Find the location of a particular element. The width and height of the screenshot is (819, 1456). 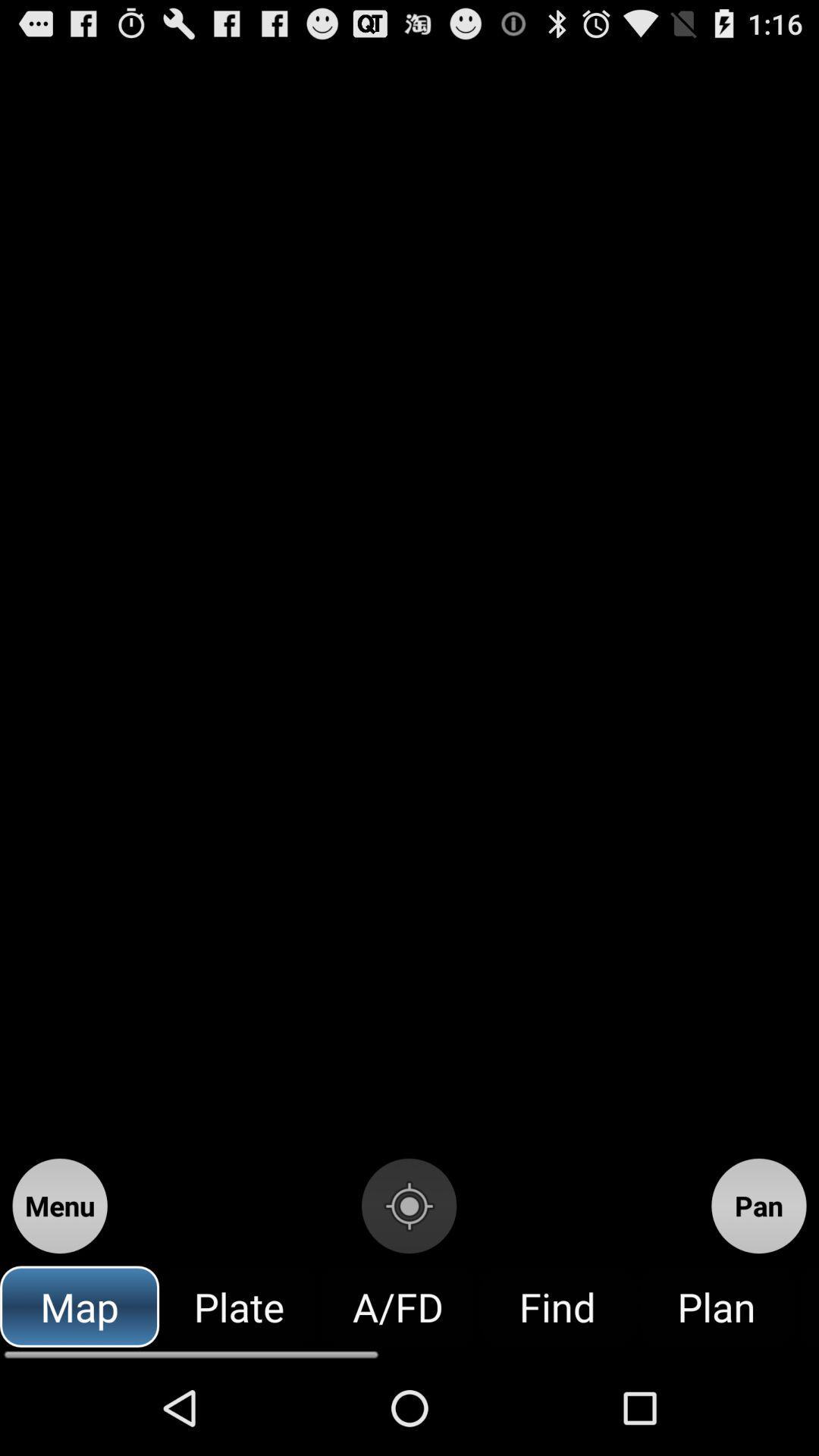

item to the right of menu button is located at coordinates (408, 1205).